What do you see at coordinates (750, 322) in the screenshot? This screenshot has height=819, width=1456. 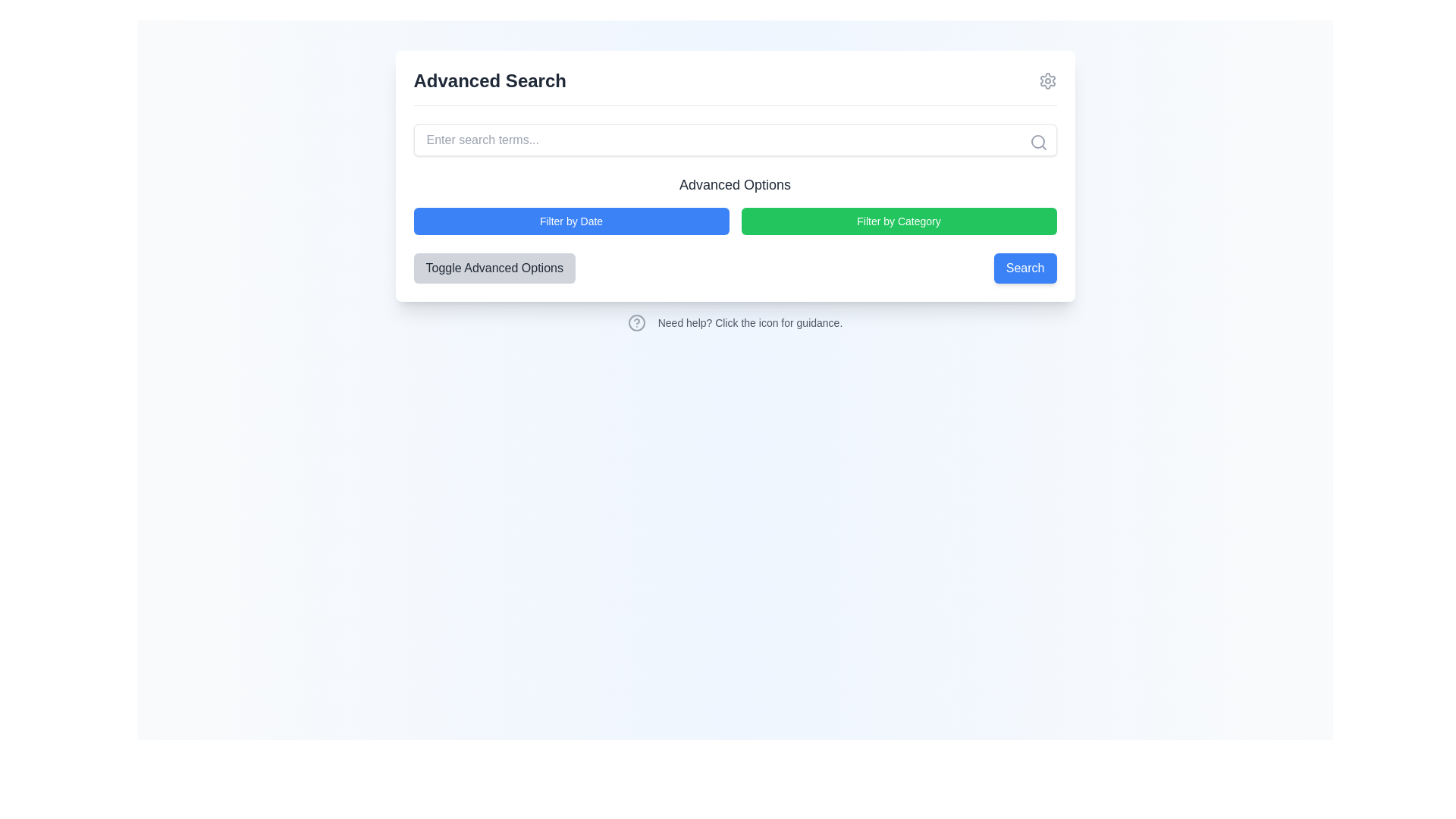 I see `informational text located to the right of the help icon, which clarifies the function of the icon for the user` at bounding box center [750, 322].